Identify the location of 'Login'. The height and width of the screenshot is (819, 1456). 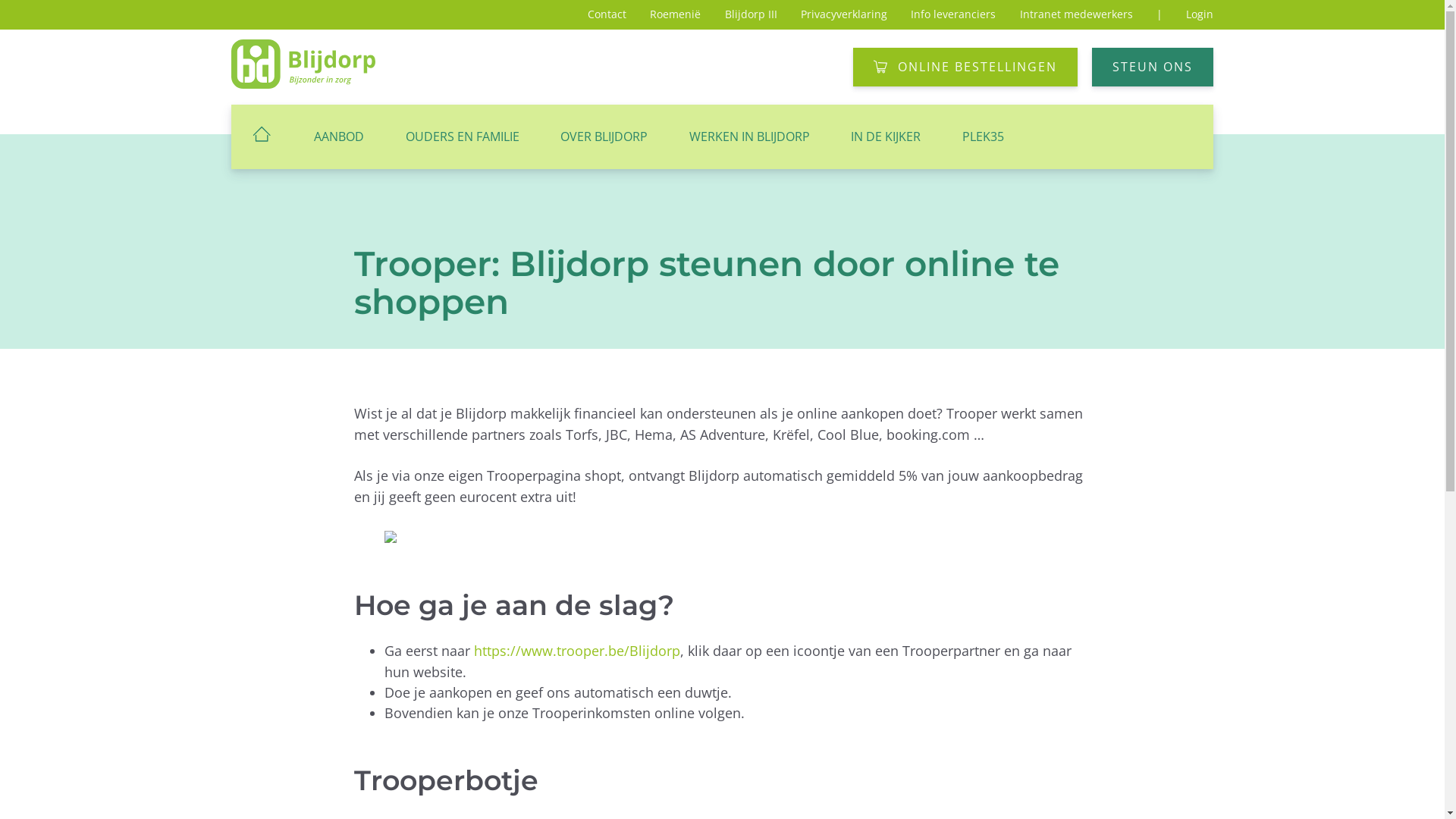
(1199, 14).